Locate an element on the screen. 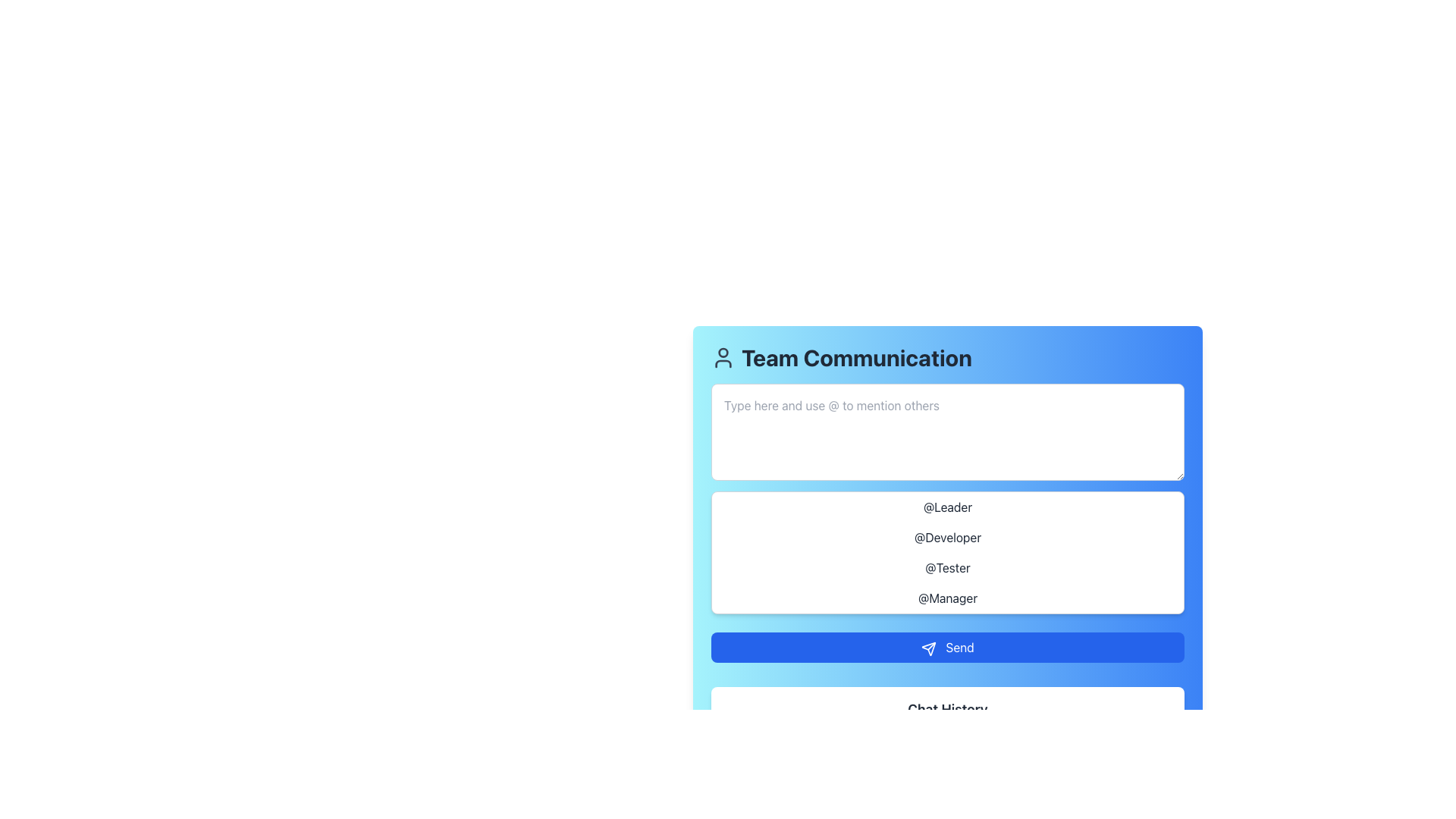 Image resolution: width=1456 pixels, height=819 pixels. to select the fourth option in the mention list, which is the '@Manager' entry, located within a light-themed box below the '@Tester' entry is located at coordinates (946, 598).